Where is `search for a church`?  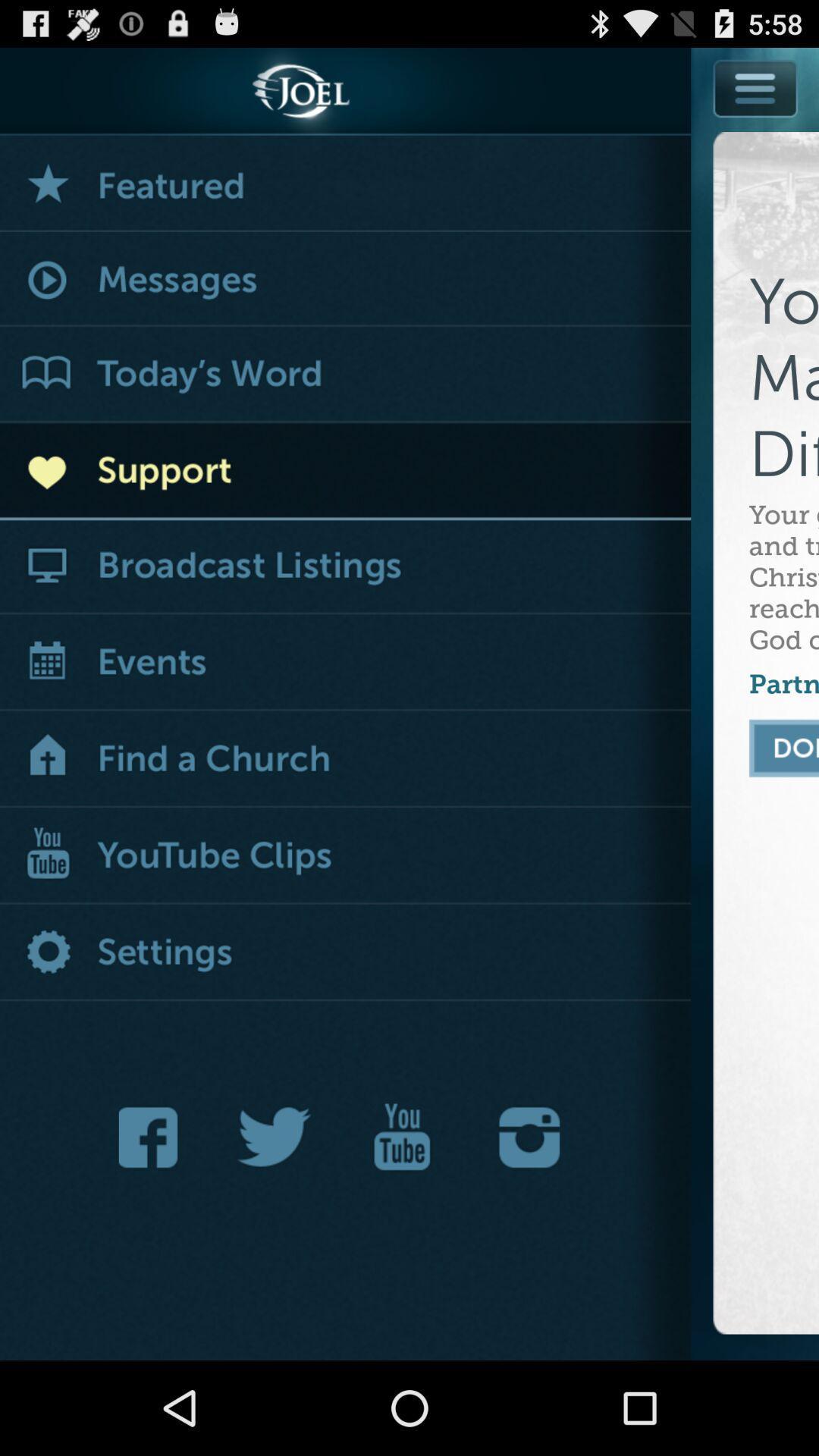
search for a church is located at coordinates (345, 760).